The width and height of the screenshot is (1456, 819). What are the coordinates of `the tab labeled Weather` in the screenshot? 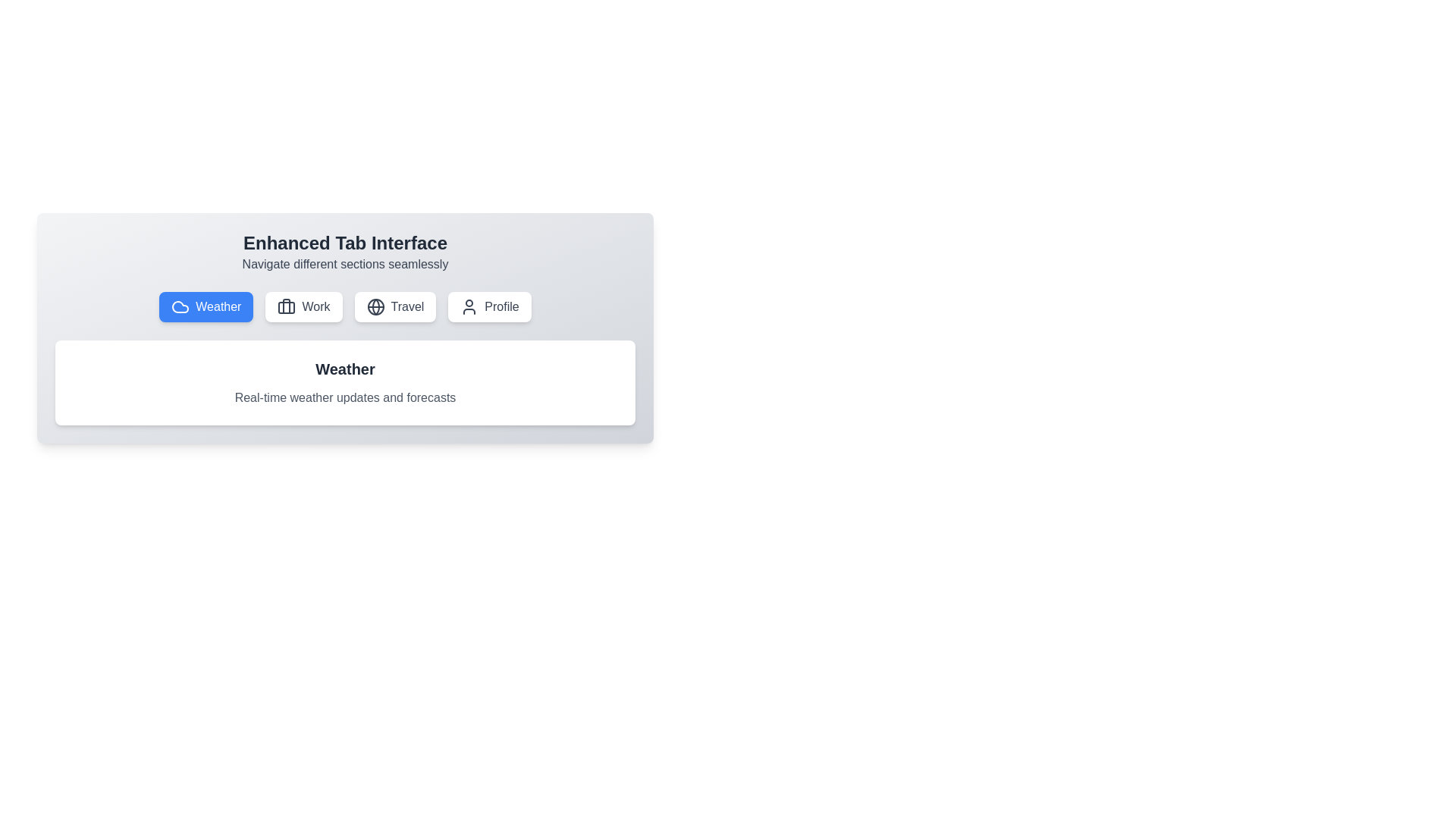 It's located at (206, 307).